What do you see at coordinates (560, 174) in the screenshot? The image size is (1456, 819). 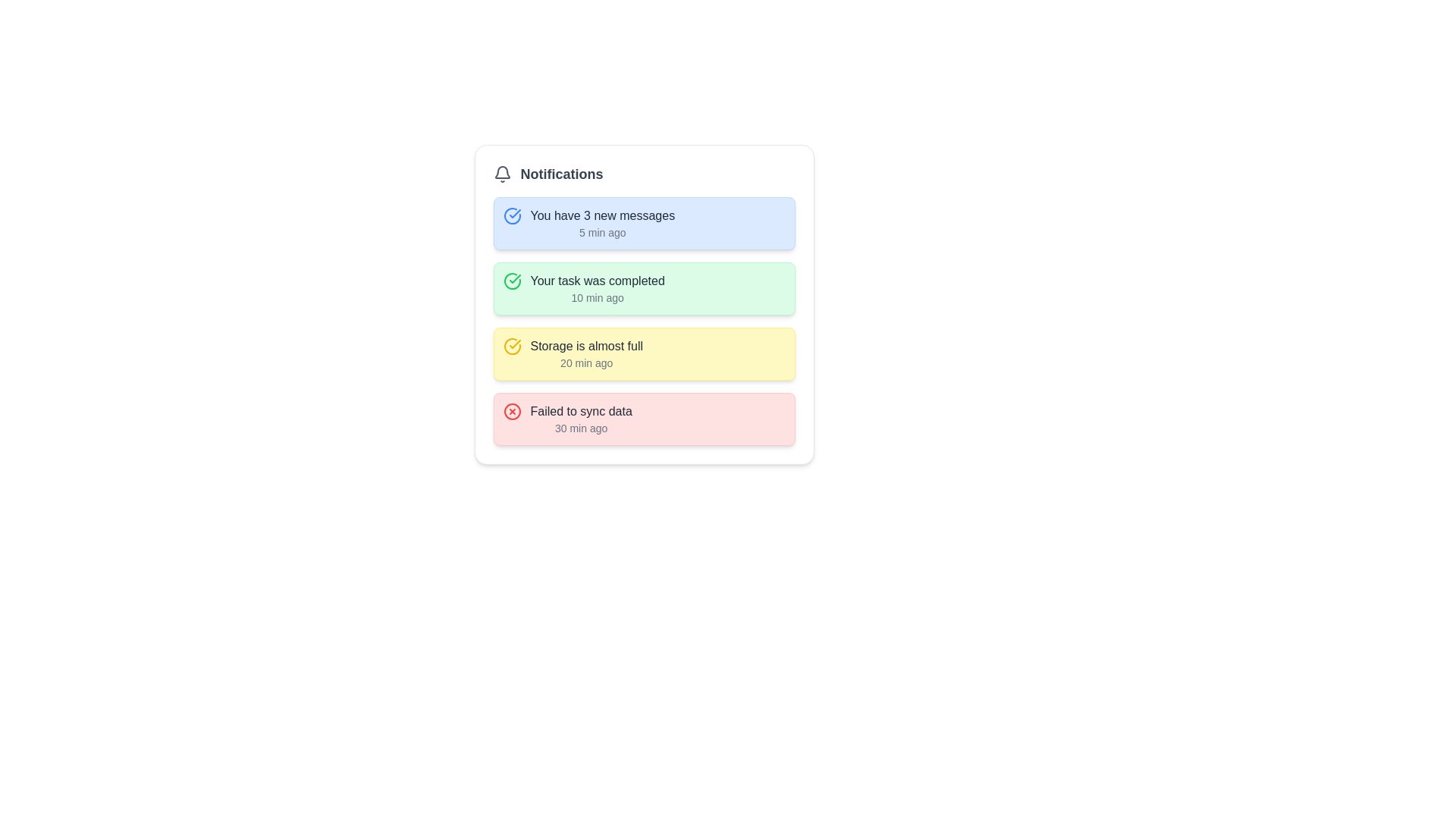 I see `the 'Notifications' text label, which serves as the title for the notification section and is located to the right of a bell icon` at bounding box center [560, 174].